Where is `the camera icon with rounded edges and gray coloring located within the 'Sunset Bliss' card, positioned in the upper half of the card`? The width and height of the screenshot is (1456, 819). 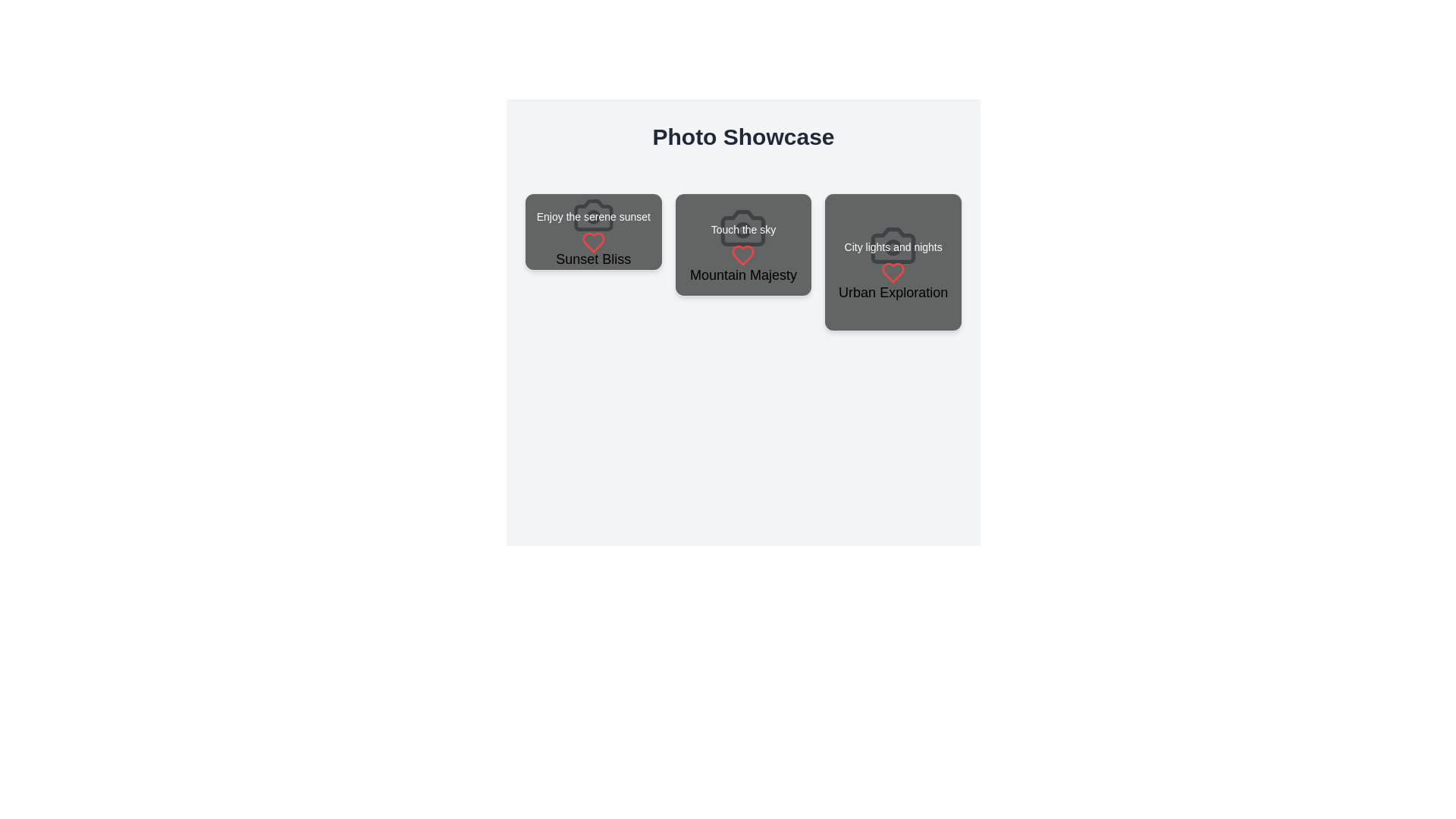 the camera icon with rounded edges and gray coloring located within the 'Sunset Bliss' card, positioned in the upper half of the card is located at coordinates (592, 215).